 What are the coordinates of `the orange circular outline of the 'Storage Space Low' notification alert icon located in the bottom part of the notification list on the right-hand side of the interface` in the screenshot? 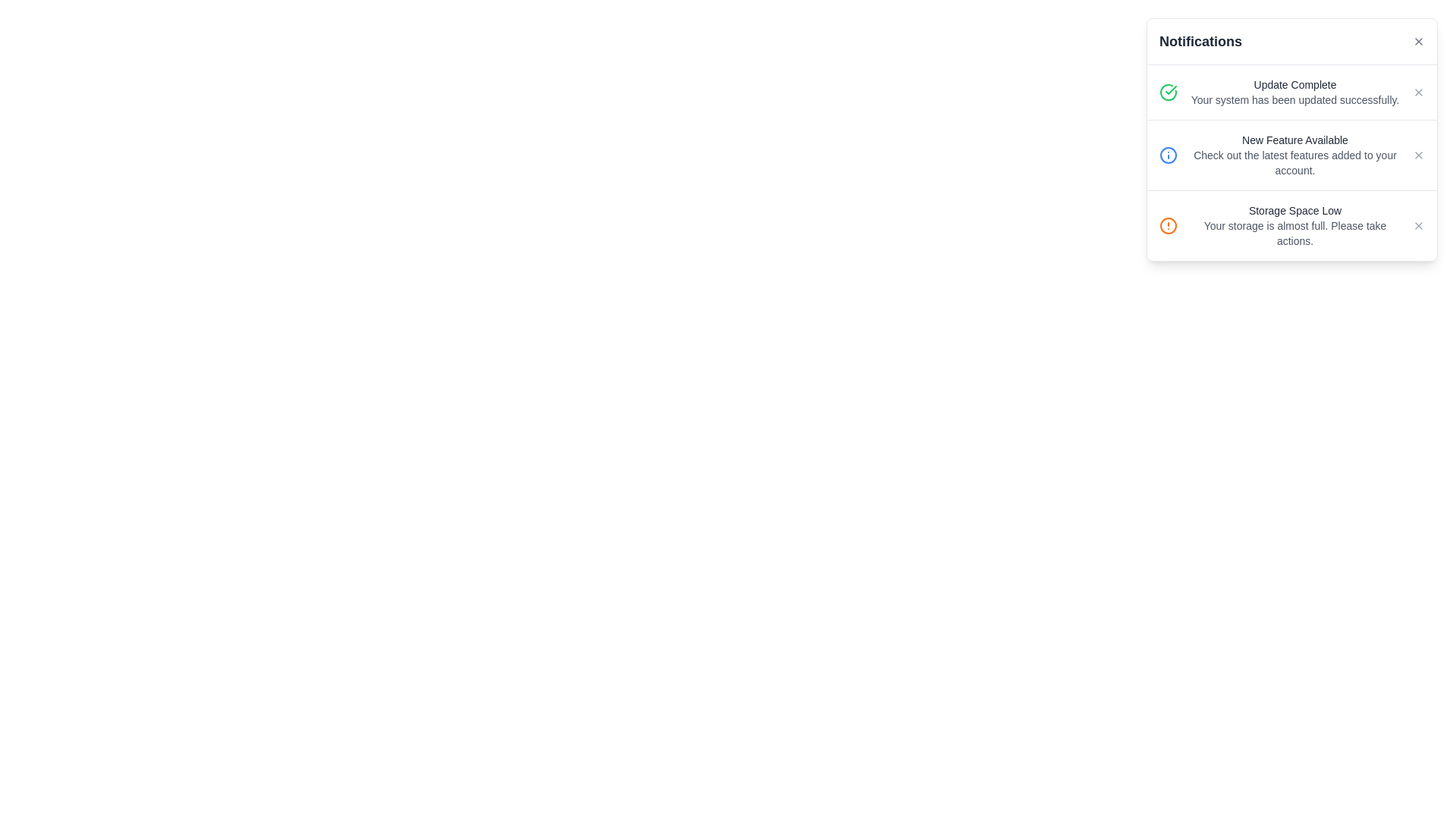 It's located at (1167, 225).